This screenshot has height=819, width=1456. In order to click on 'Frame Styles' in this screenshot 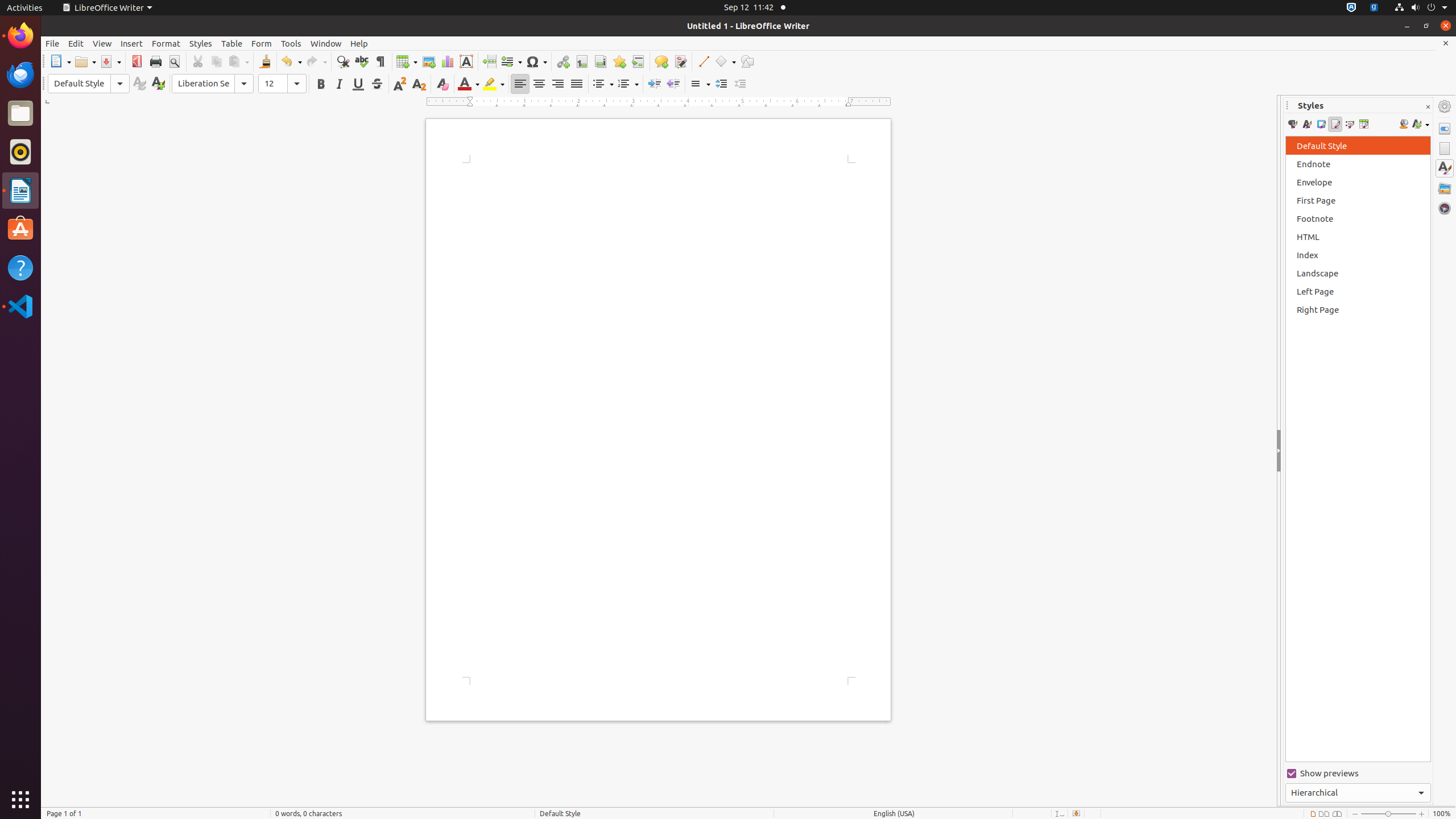, I will do `click(1320, 124)`.